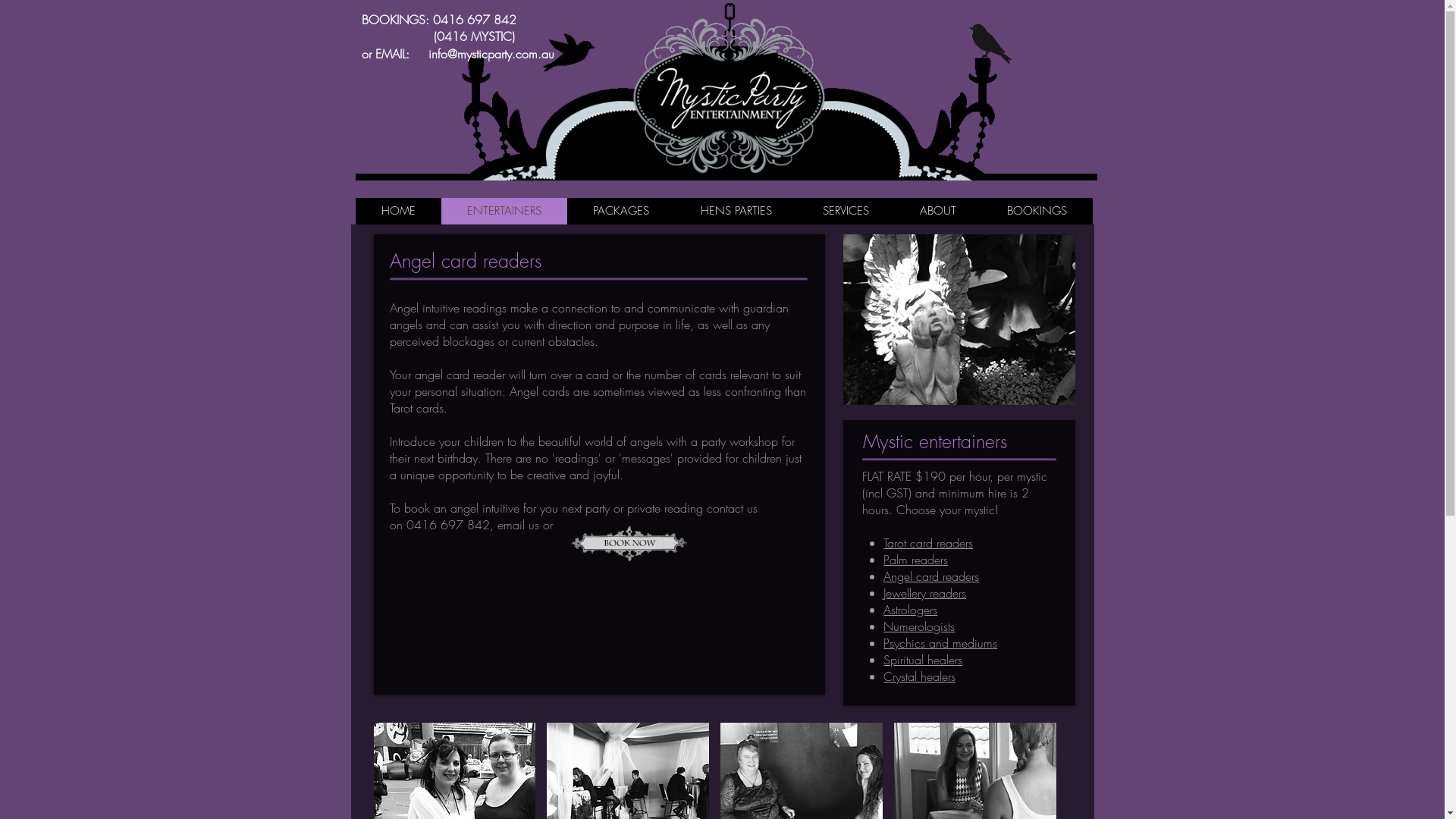 This screenshot has height=819, width=1456. What do you see at coordinates (918, 675) in the screenshot?
I see `'Crystal healers'` at bounding box center [918, 675].